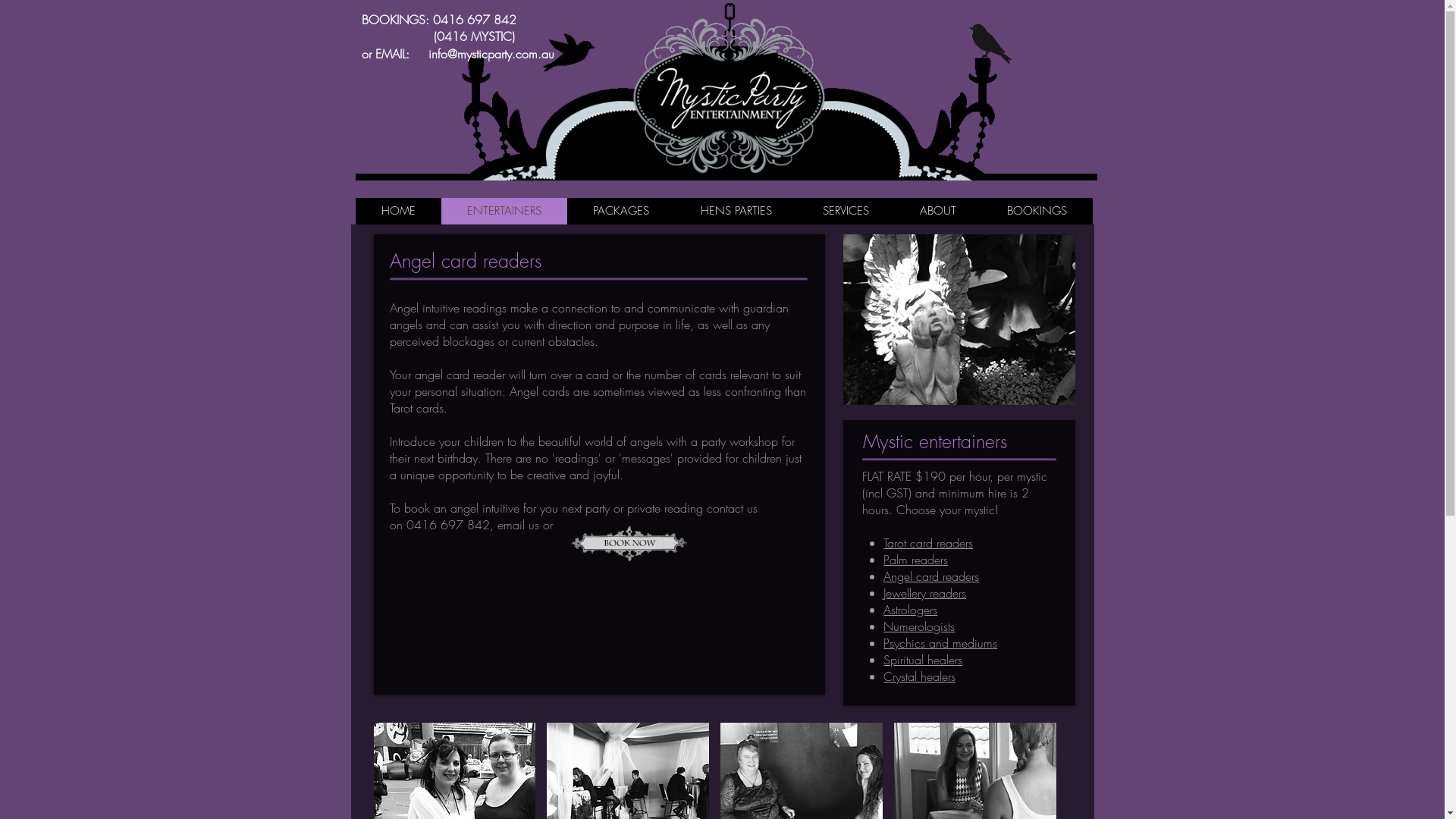 This screenshot has height=819, width=1456. What do you see at coordinates (918, 675) in the screenshot?
I see `'Crystal healers'` at bounding box center [918, 675].